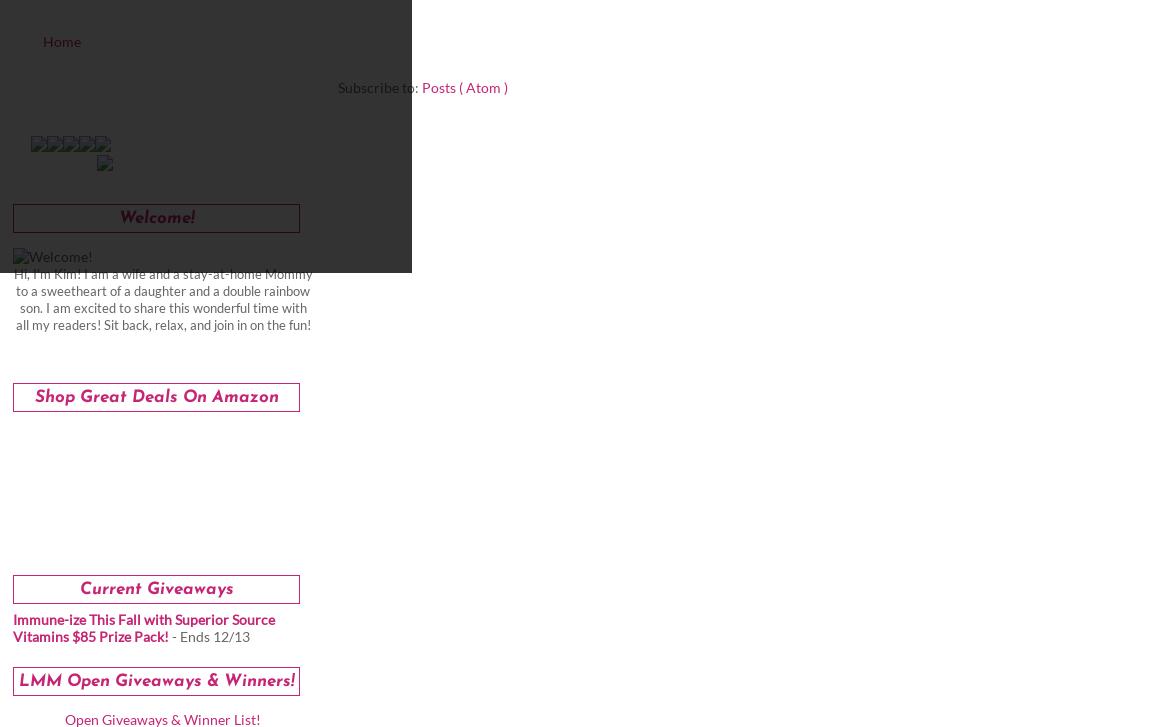 Image resolution: width=1168 pixels, height=727 pixels. Describe the element at coordinates (156, 218) in the screenshot. I see `'Welcome!'` at that location.